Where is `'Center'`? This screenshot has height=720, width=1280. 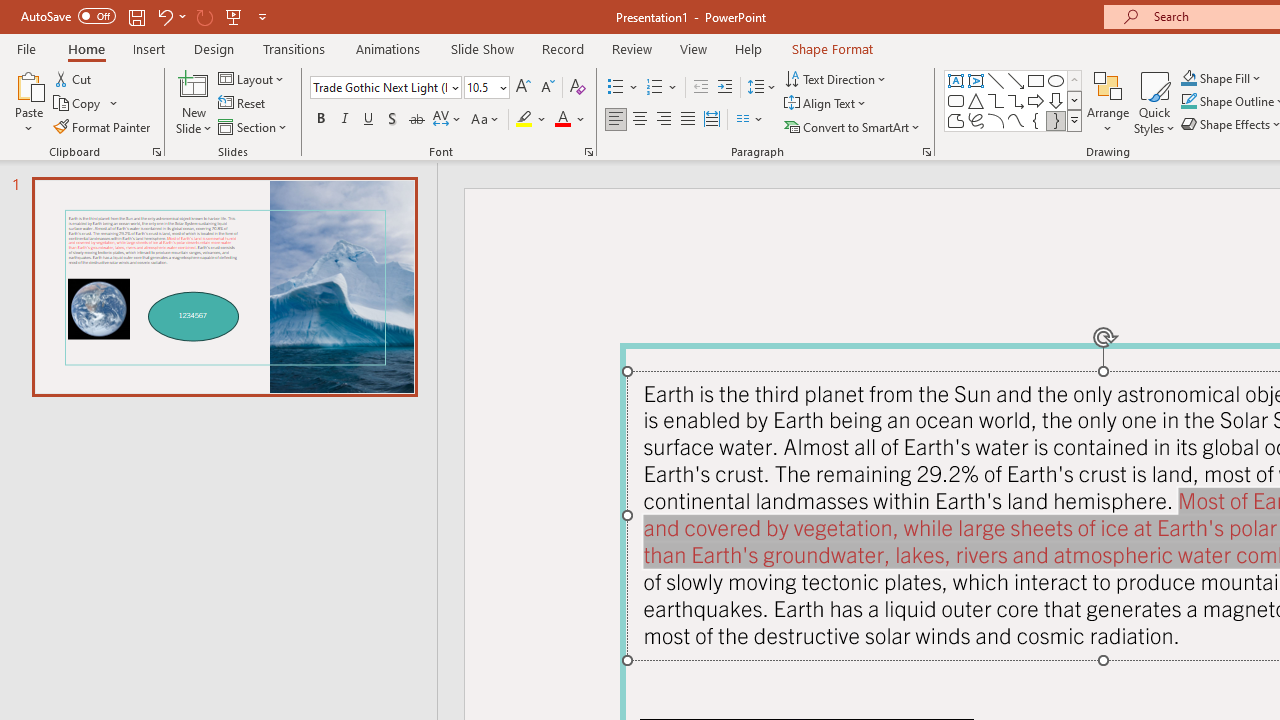 'Center' is located at coordinates (640, 119).